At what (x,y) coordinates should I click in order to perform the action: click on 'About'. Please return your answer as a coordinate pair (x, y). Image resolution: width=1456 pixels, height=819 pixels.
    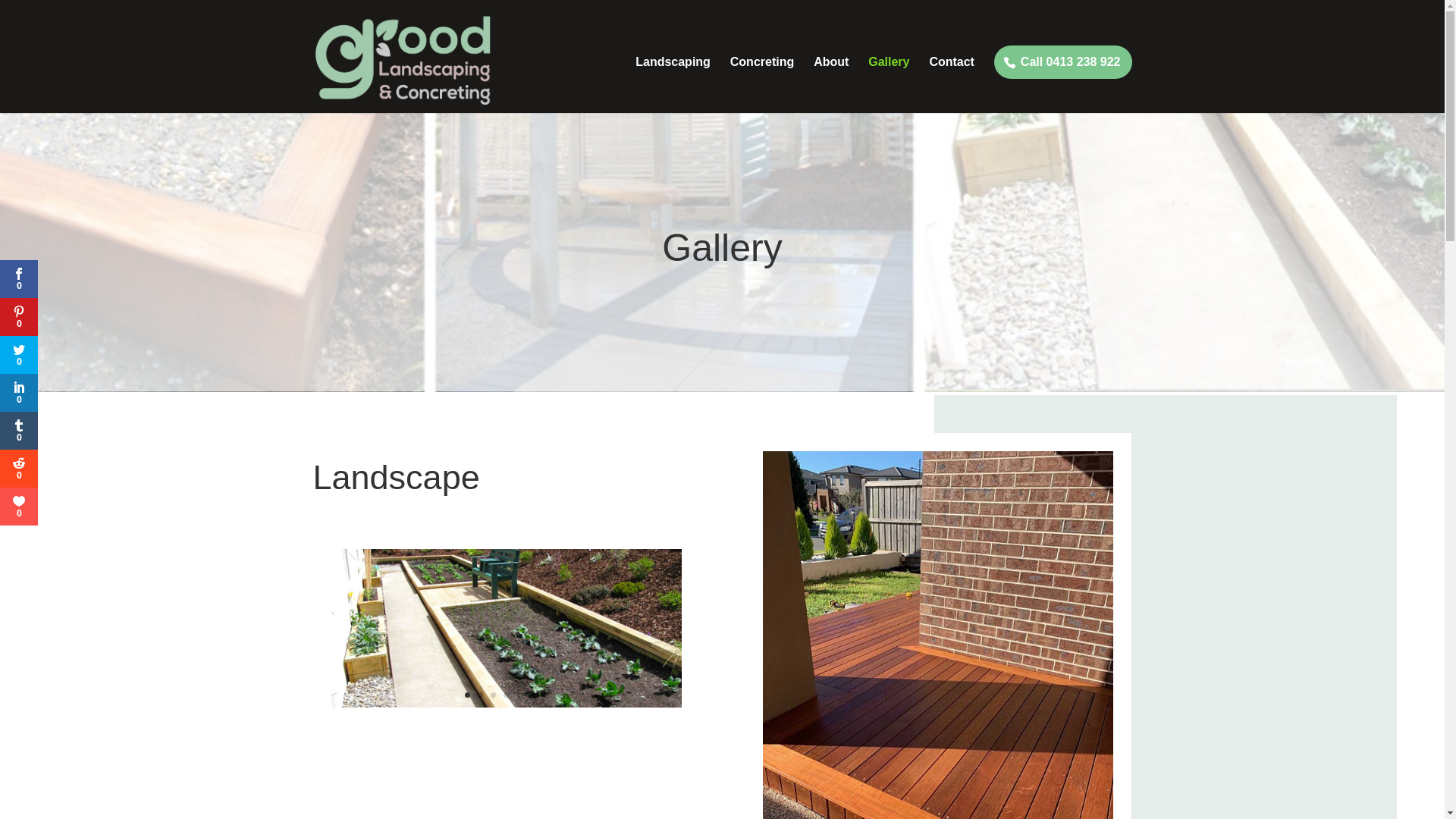
    Looking at the image, I should click on (830, 84).